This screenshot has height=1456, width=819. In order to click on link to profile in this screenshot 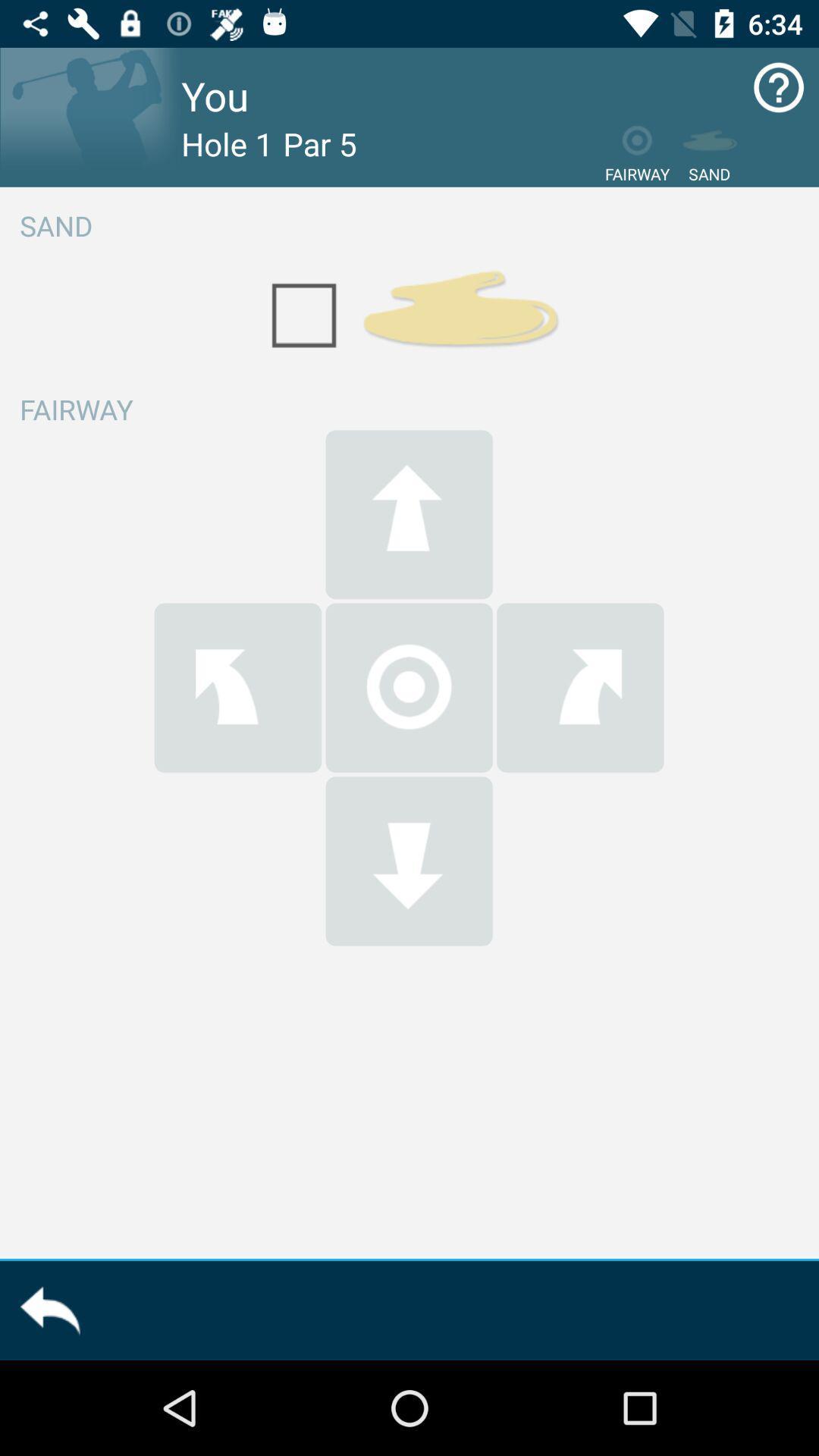, I will do `click(90, 116)`.